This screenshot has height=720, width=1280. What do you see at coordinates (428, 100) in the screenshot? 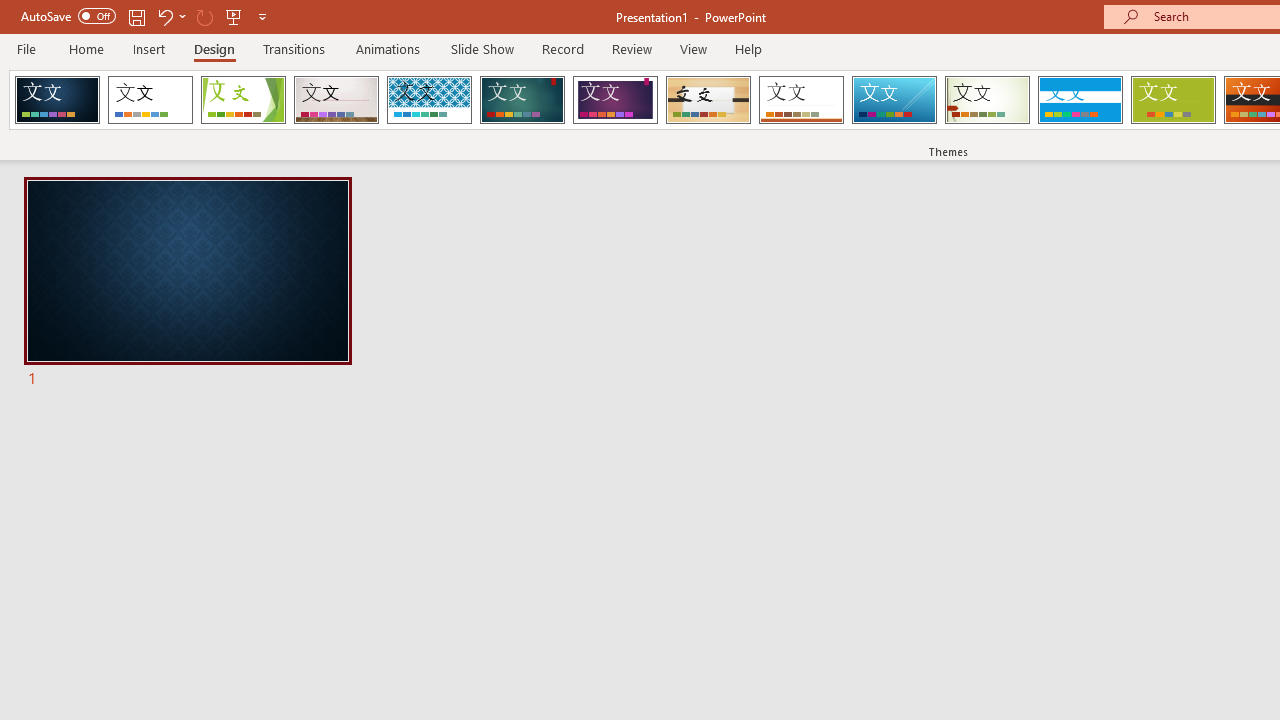
I see `'Integral Loading Preview...'` at bounding box center [428, 100].